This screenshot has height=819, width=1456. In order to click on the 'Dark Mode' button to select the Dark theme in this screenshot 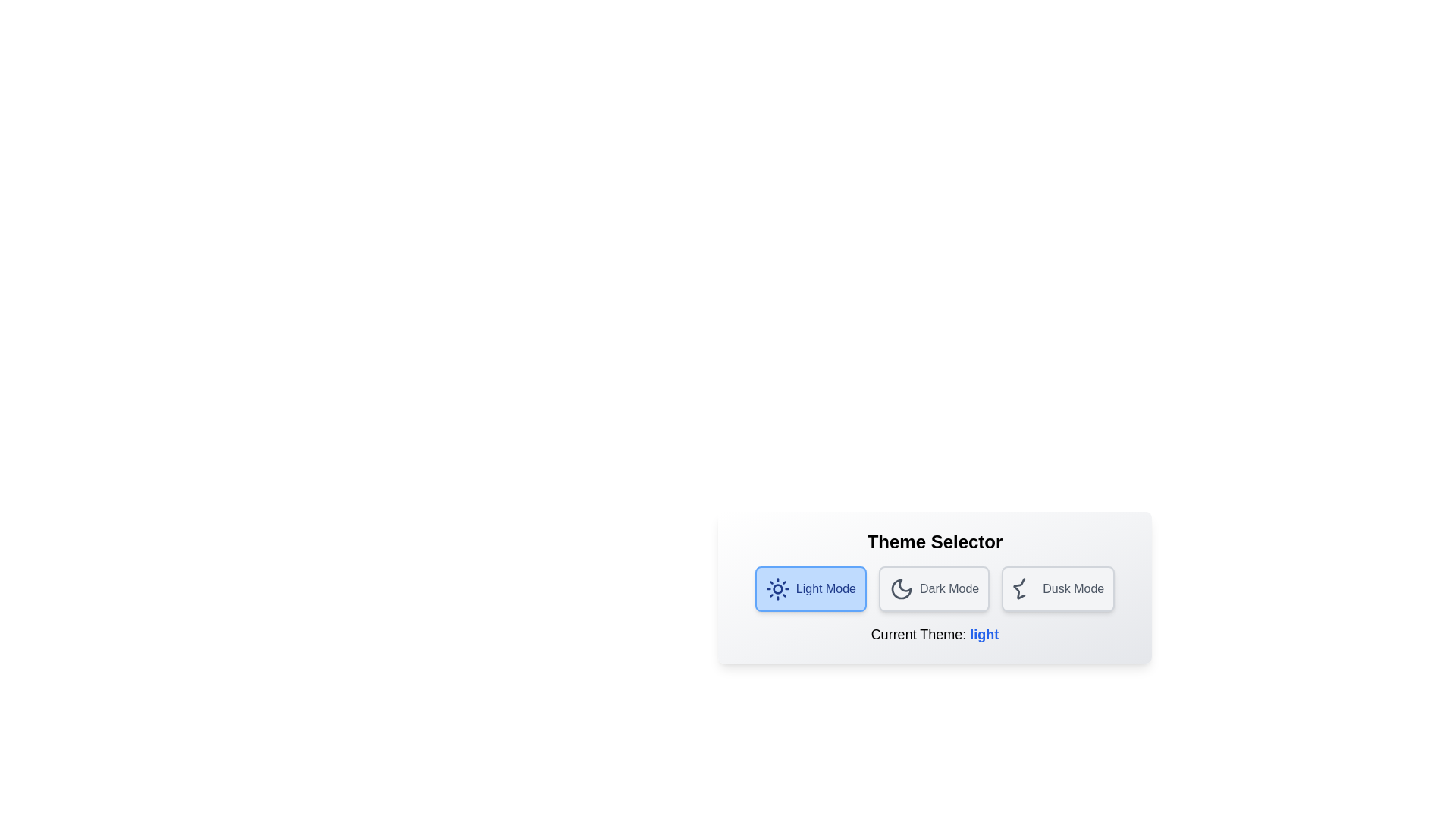, I will do `click(934, 588)`.